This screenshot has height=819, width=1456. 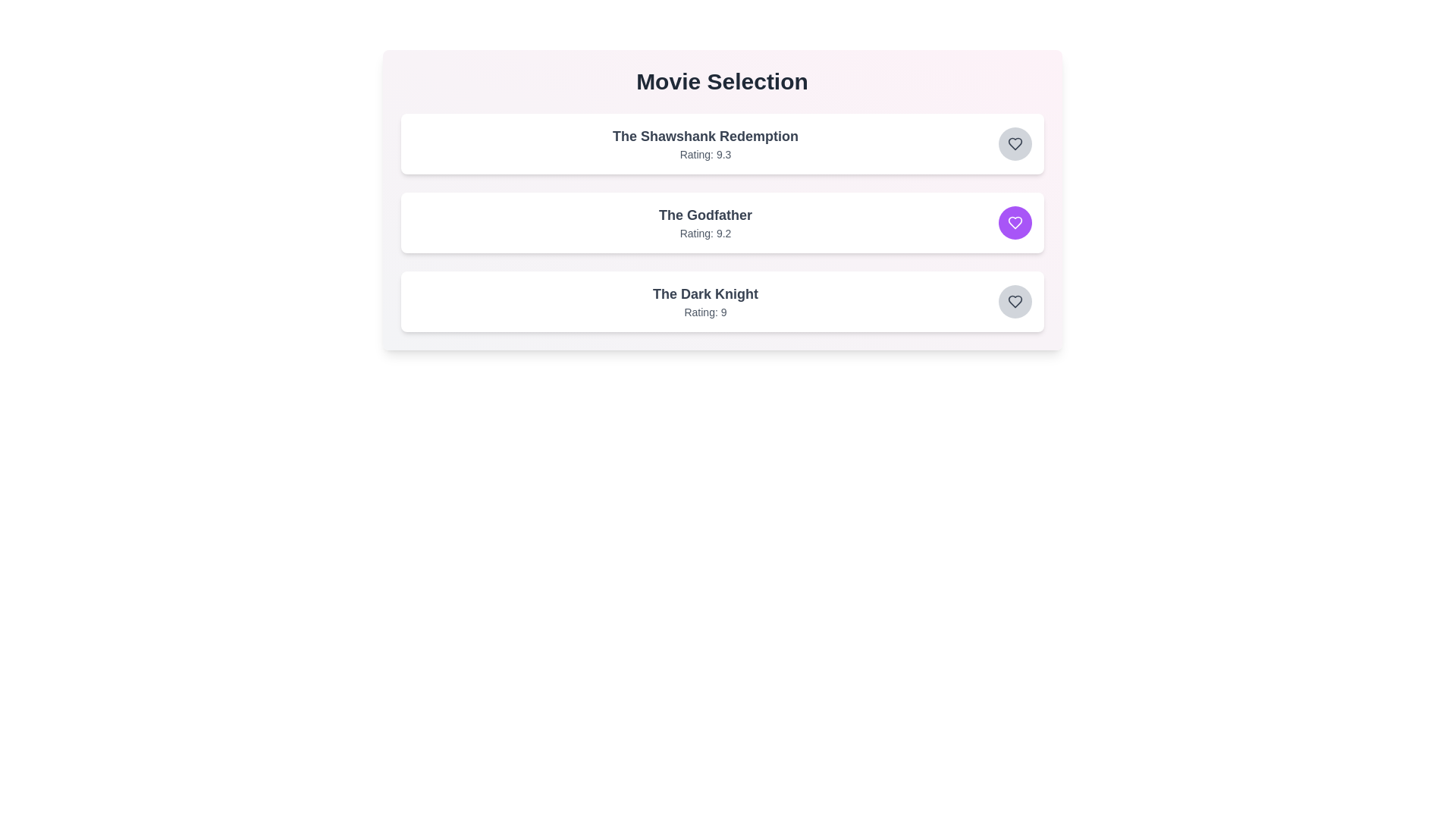 I want to click on favorite button for the movie titled The Dark Knight to toggle its favorite status, so click(x=1015, y=301).